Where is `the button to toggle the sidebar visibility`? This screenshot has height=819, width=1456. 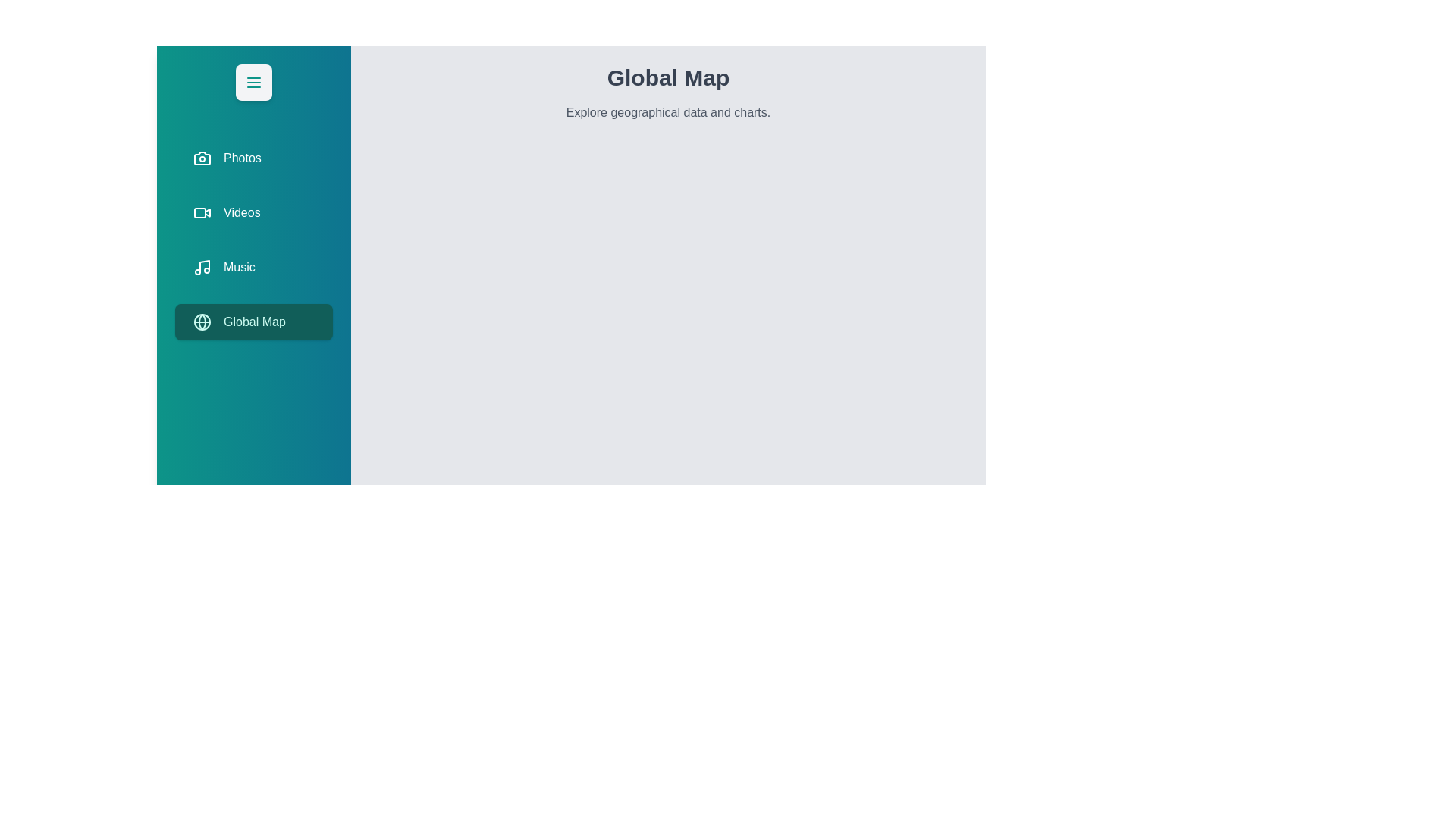 the button to toggle the sidebar visibility is located at coordinates (254, 82).